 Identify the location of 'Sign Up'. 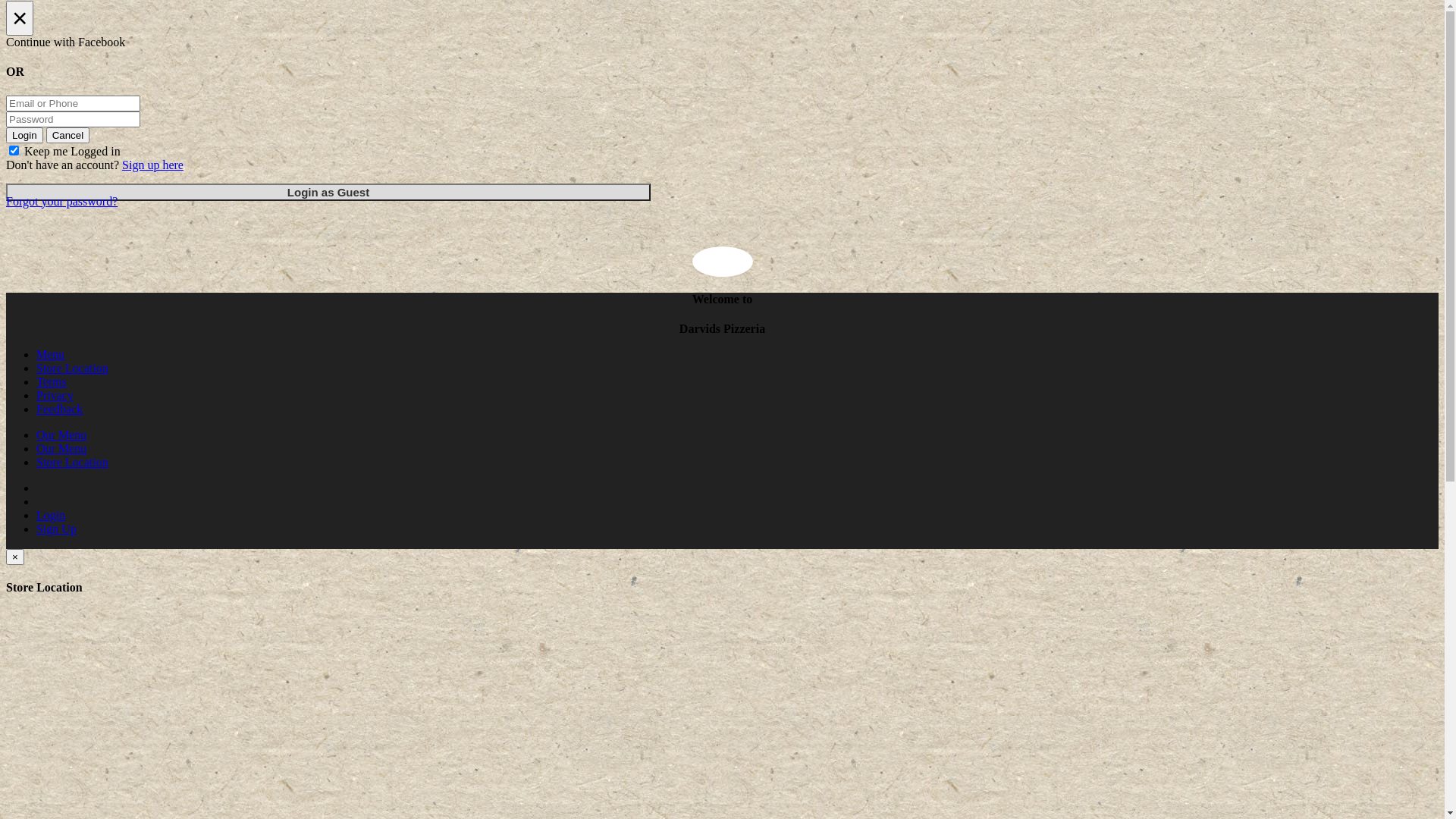
(56, 528).